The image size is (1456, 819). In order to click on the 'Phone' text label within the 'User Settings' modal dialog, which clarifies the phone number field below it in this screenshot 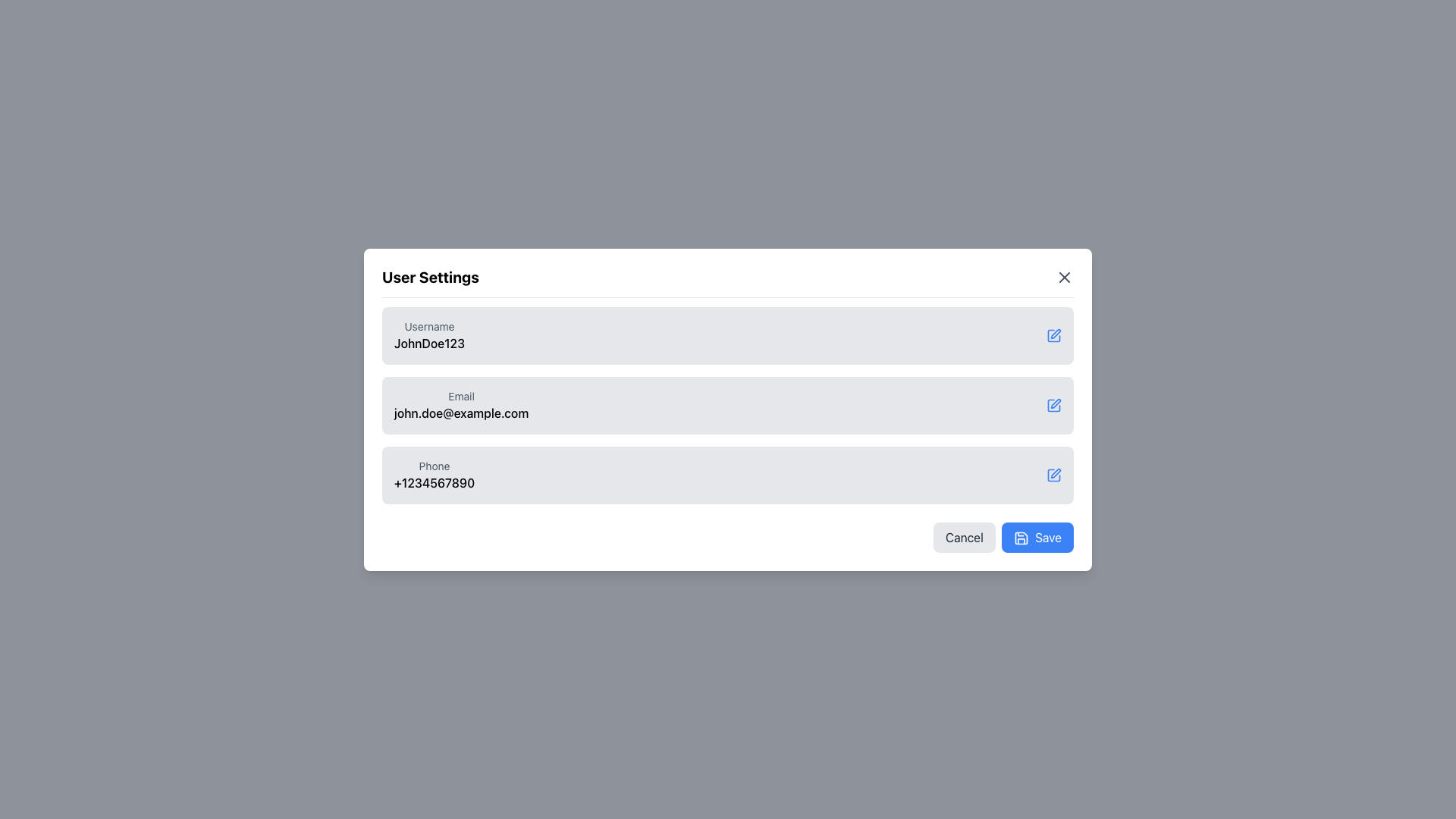, I will do `click(434, 465)`.